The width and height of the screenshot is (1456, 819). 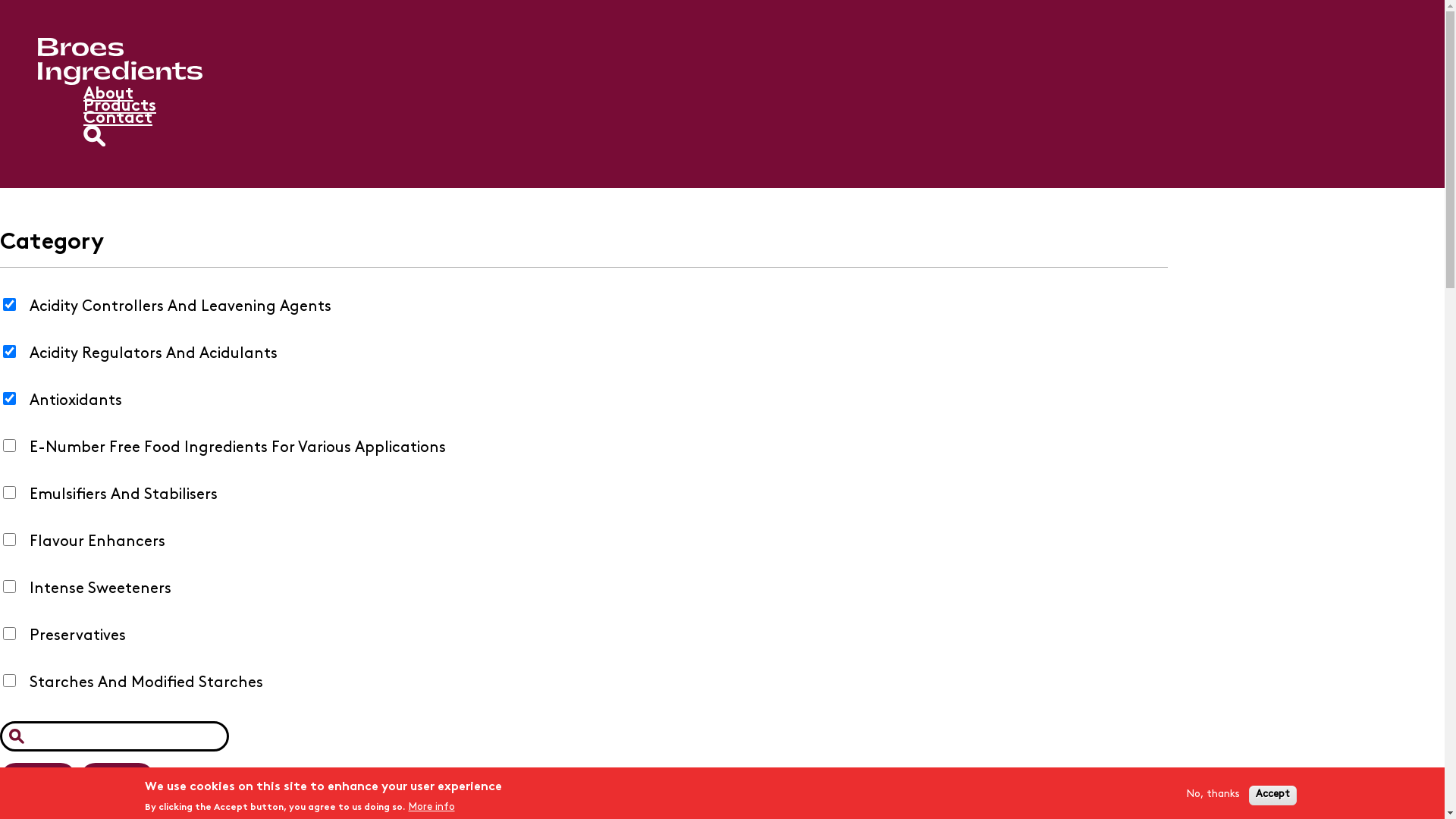 What do you see at coordinates (119, 105) in the screenshot?
I see `'Products'` at bounding box center [119, 105].